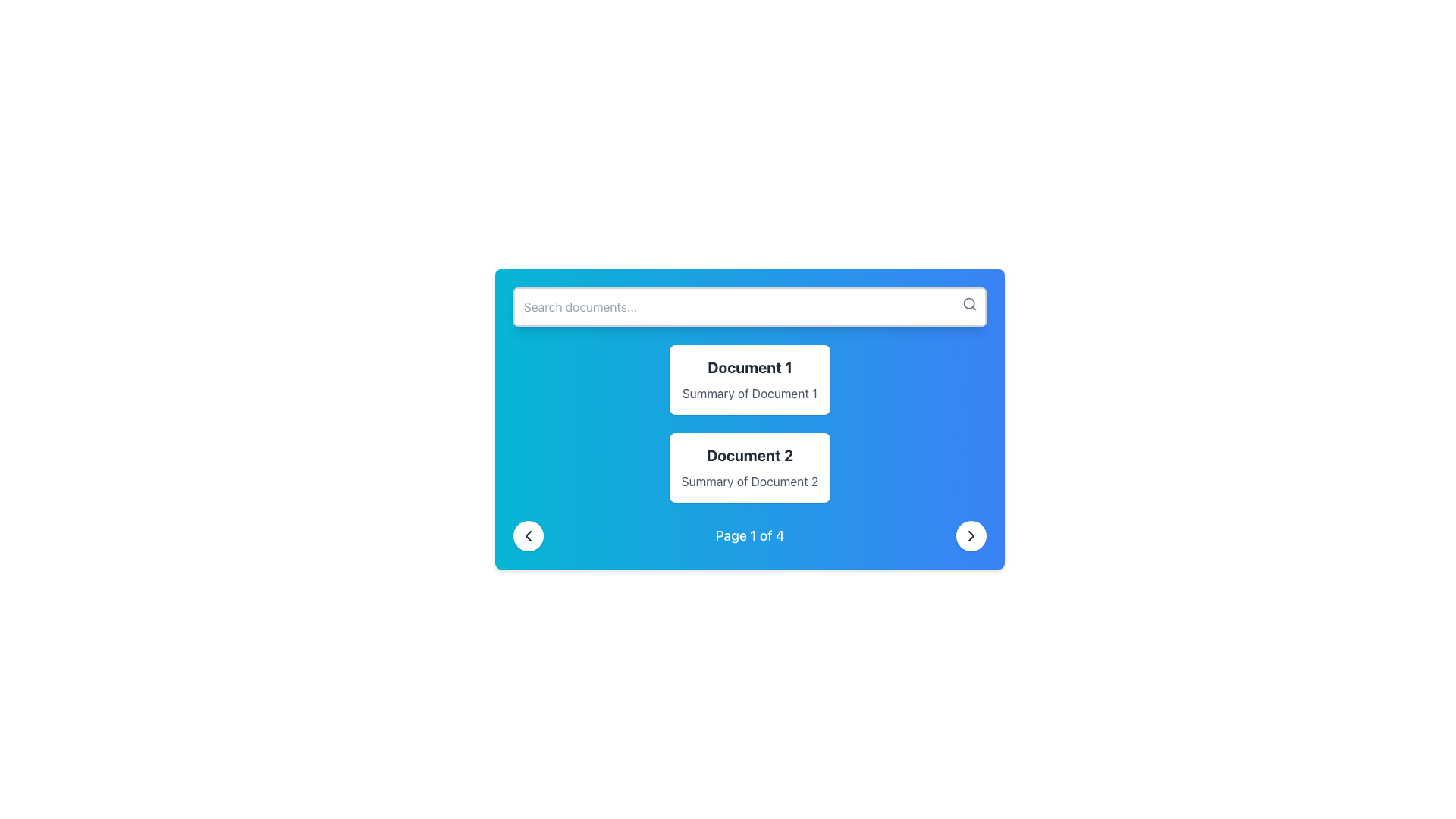 This screenshot has width=1456, height=819. What do you see at coordinates (971, 535) in the screenshot?
I see `the rightward chevron icon within the blue panel` at bounding box center [971, 535].